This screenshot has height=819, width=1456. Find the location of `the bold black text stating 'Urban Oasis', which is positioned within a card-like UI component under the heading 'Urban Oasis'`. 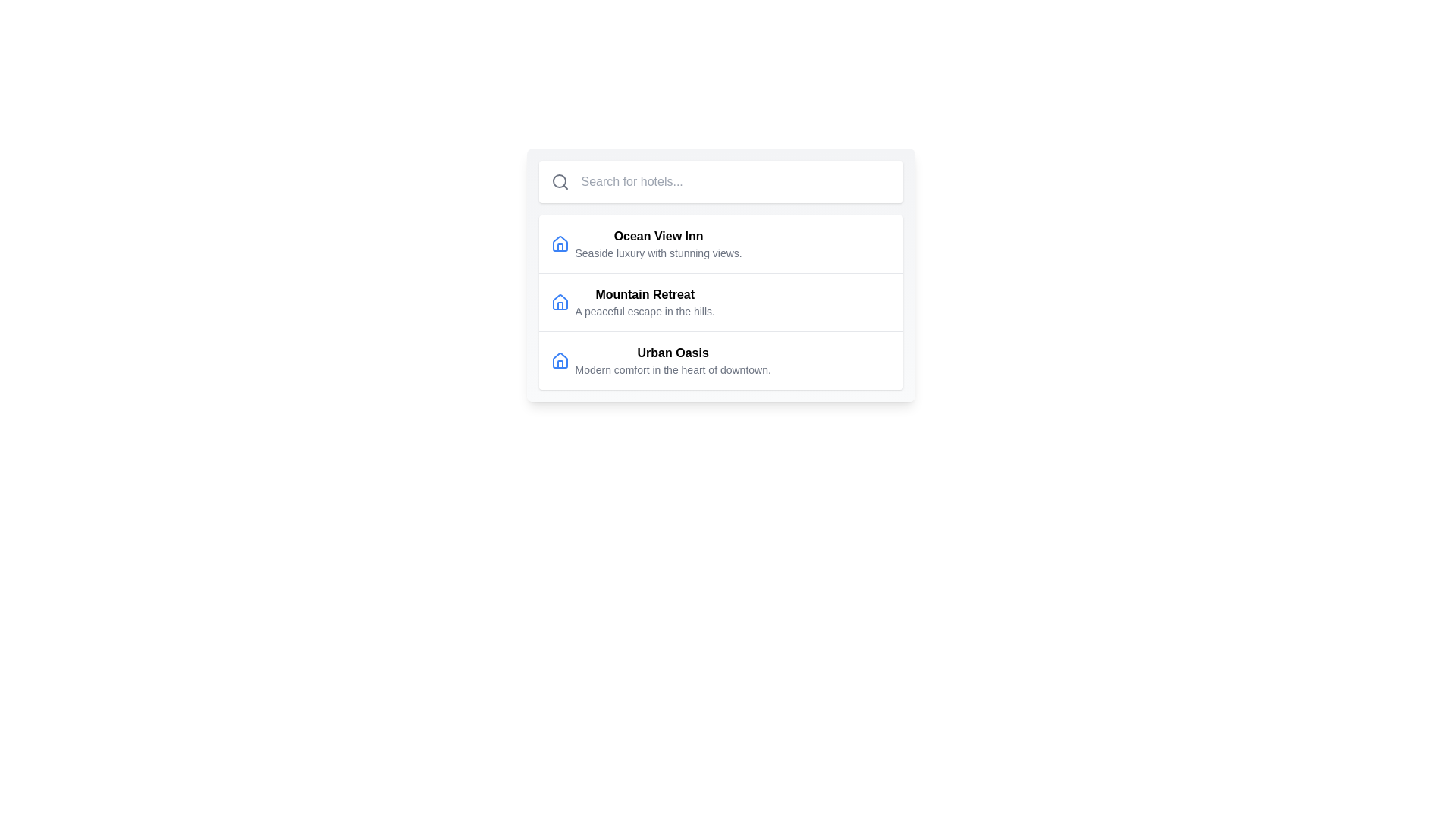

the bold black text stating 'Urban Oasis', which is positioned within a card-like UI component under the heading 'Urban Oasis' is located at coordinates (672, 353).